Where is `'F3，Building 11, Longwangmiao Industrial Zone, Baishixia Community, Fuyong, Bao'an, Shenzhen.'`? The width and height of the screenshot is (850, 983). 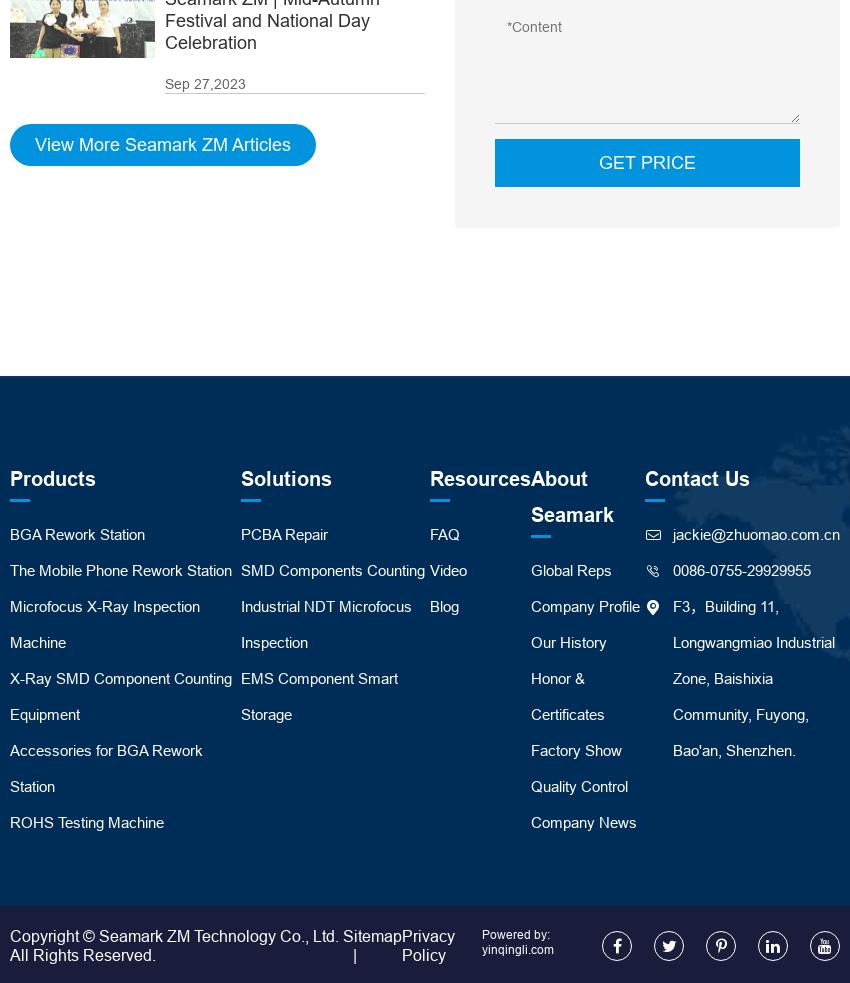 'F3，Building 11, Longwangmiao Industrial Zone, Baishixia Community, Fuyong, Bao'an, Shenzhen.' is located at coordinates (754, 676).